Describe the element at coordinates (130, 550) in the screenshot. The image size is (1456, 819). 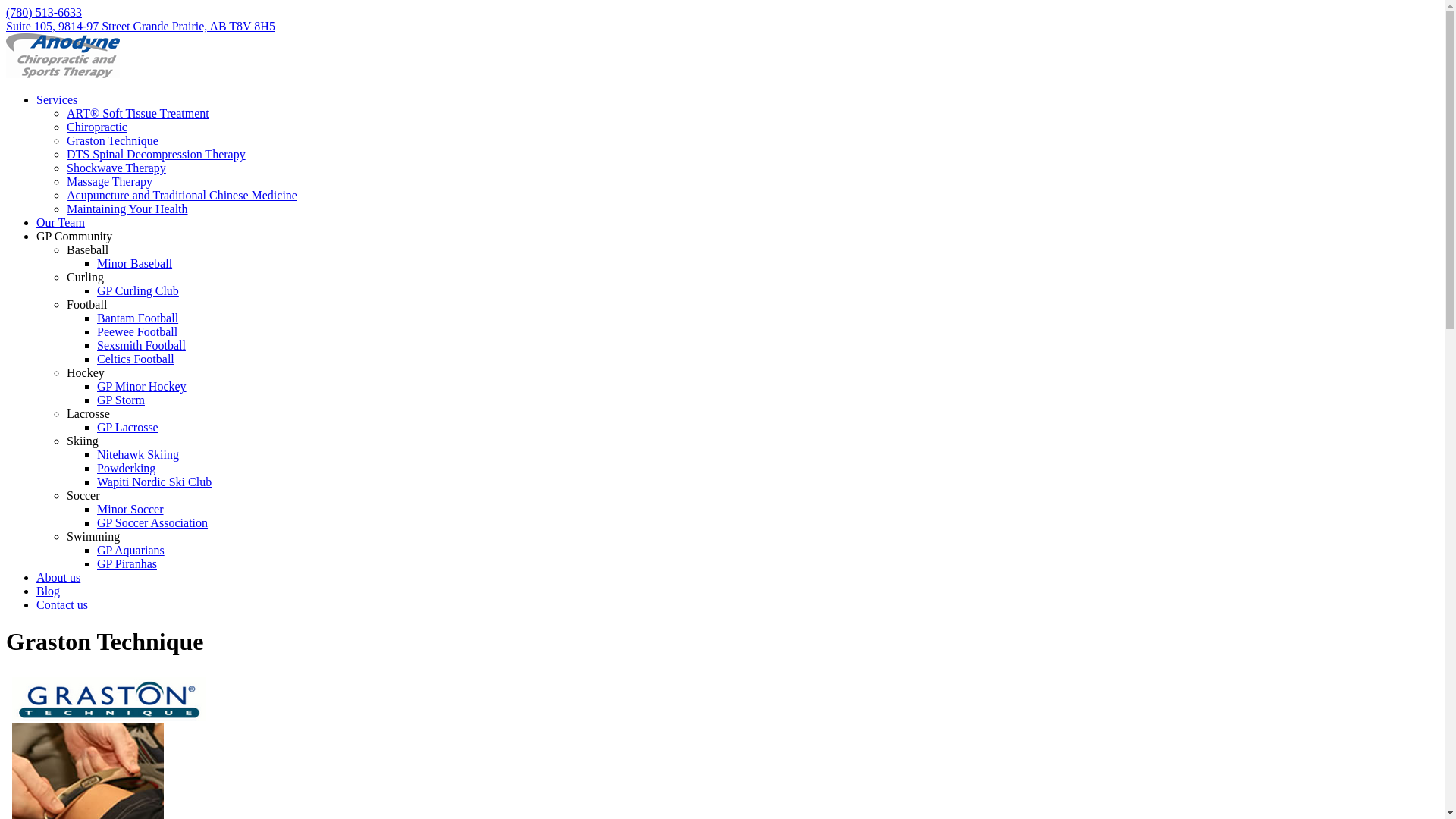
I see `'GP Aquarians'` at that location.